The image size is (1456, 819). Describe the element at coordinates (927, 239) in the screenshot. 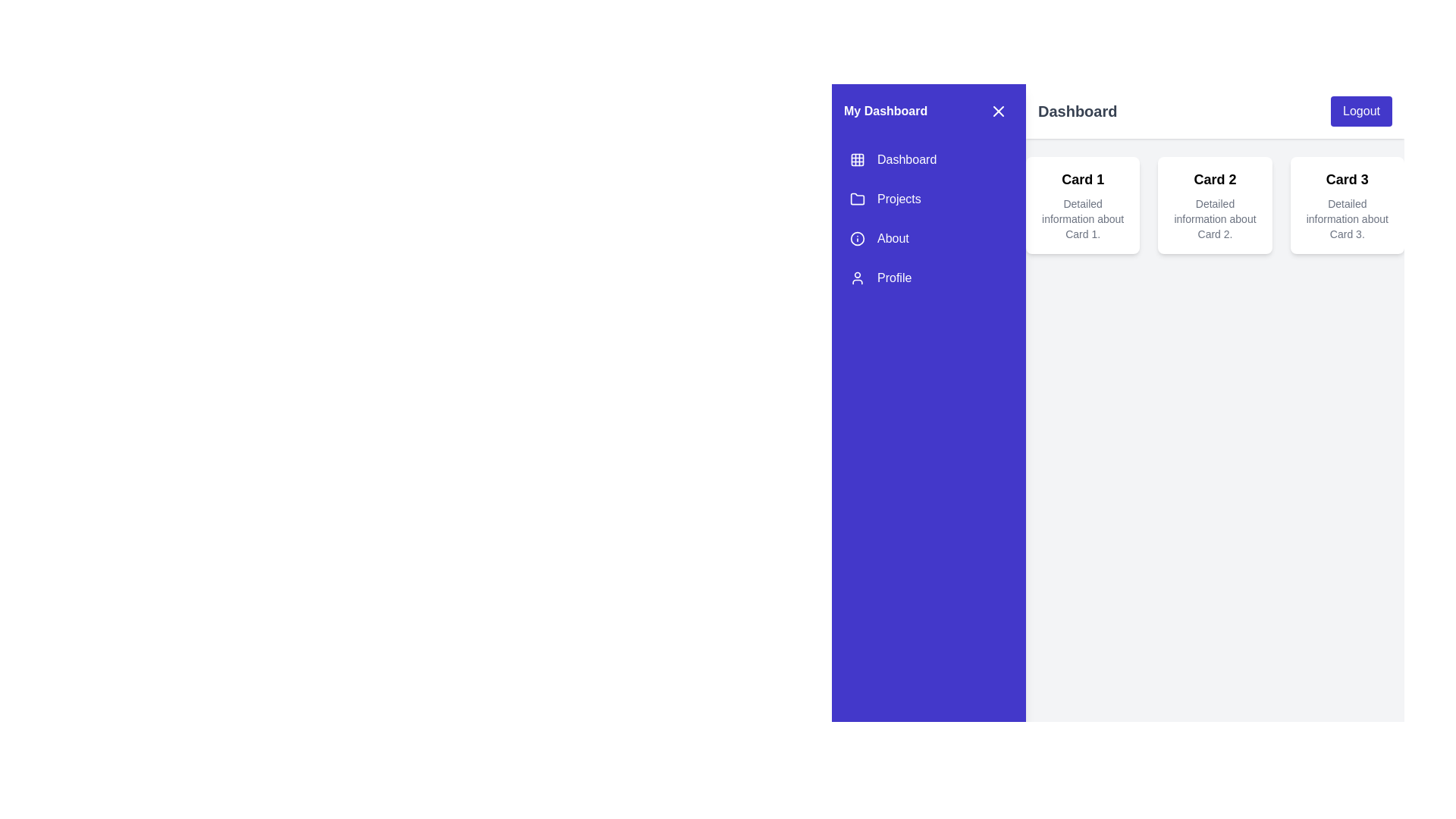

I see `the 'About' button in the vertical navigation menu to change its background color` at that location.